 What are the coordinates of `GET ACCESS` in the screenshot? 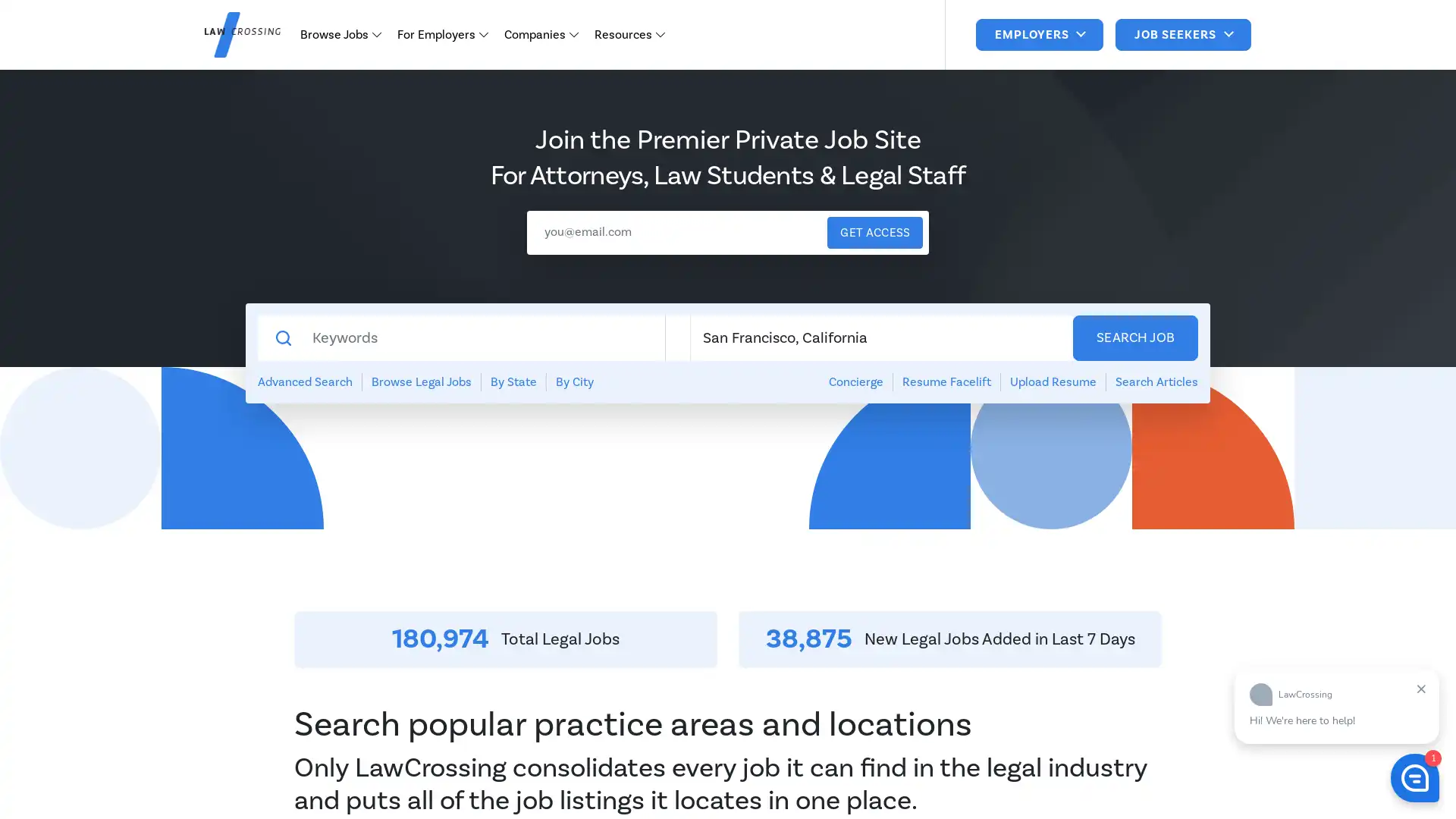 It's located at (874, 233).